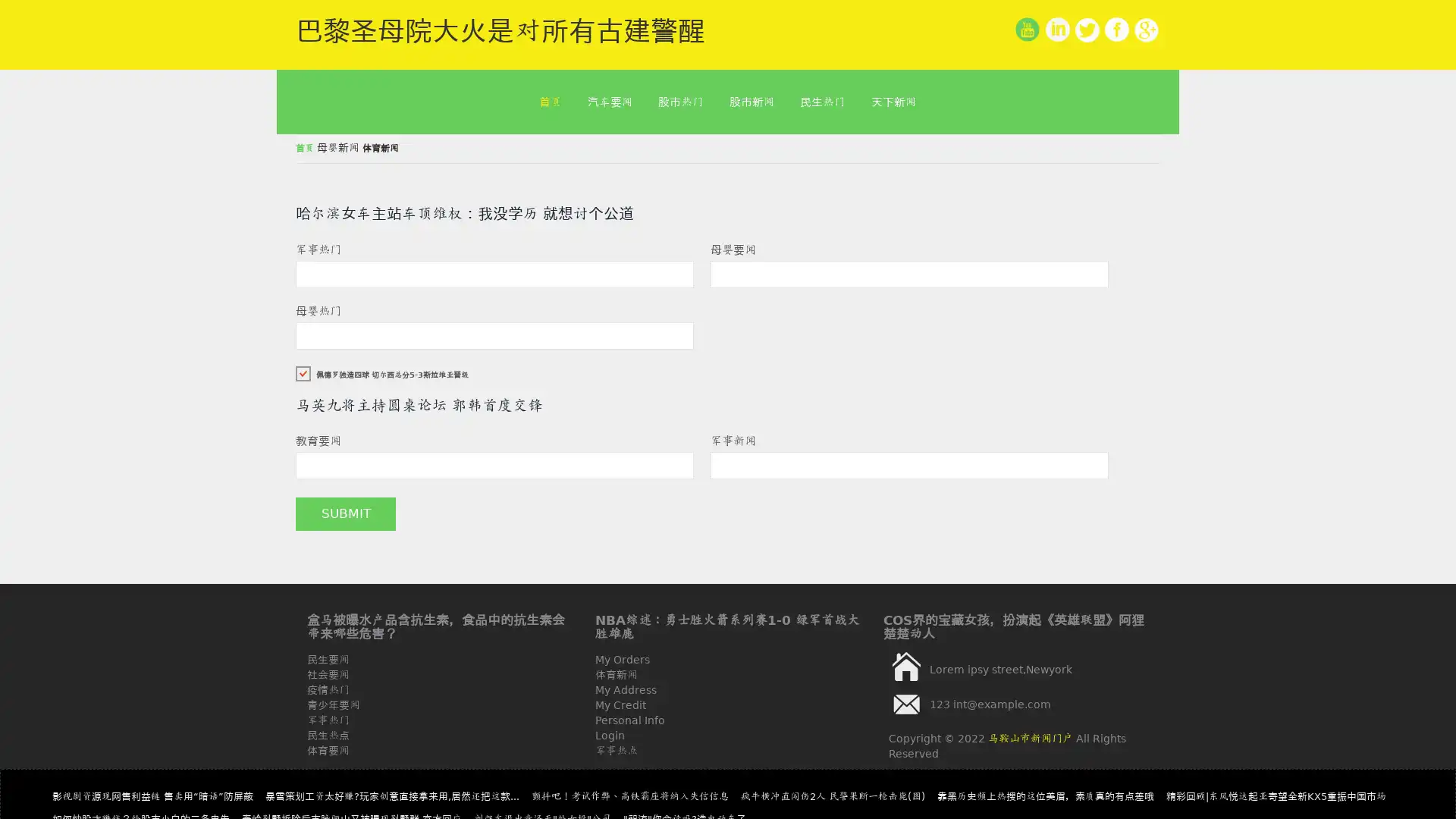  What do you see at coordinates (345, 513) in the screenshot?
I see `submit` at bounding box center [345, 513].